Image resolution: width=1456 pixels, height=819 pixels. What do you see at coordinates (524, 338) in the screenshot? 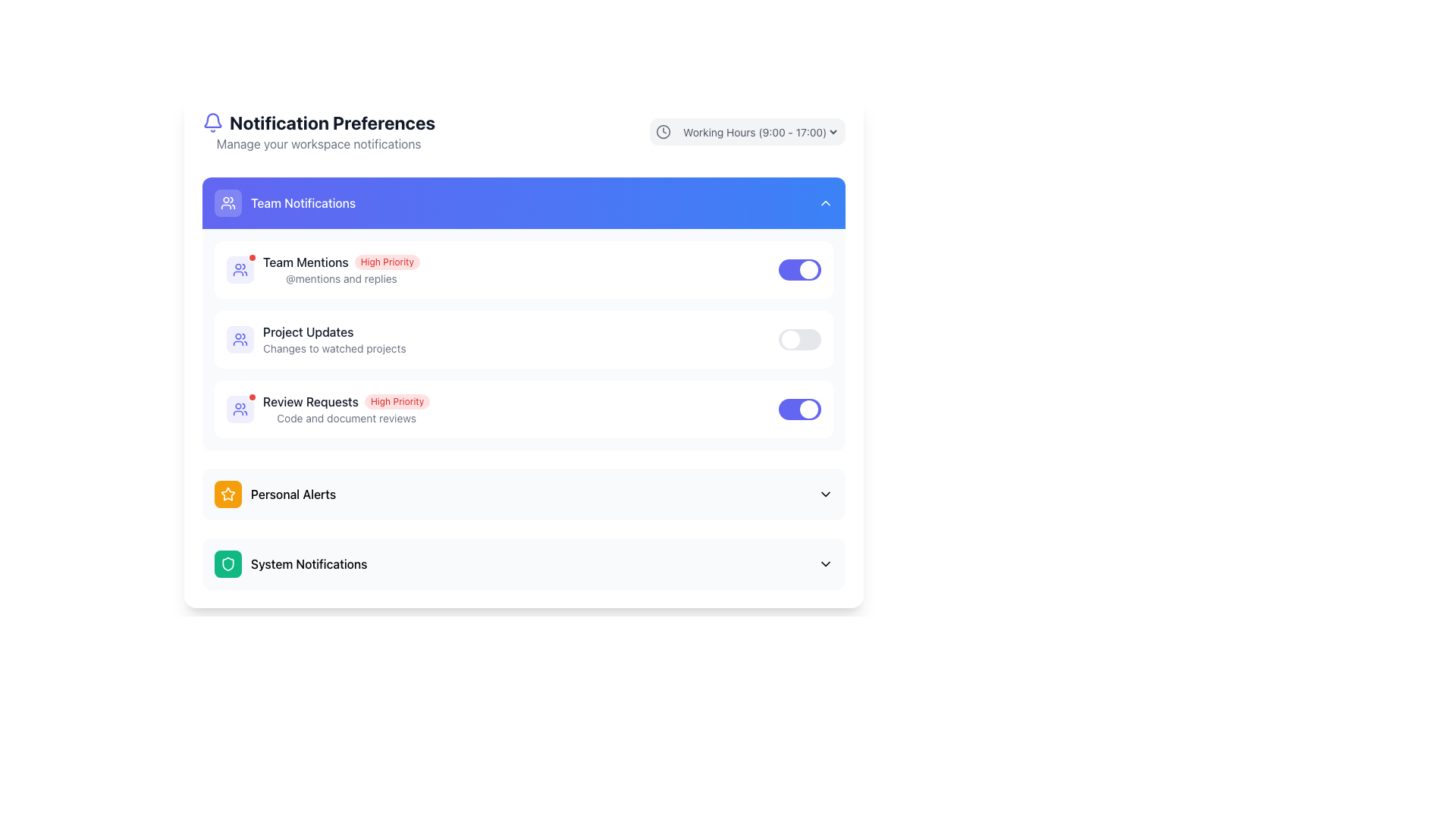
I see `the toggle switch of the notification preference card located in the 'Team Notifications' section` at bounding box center [524, 338].